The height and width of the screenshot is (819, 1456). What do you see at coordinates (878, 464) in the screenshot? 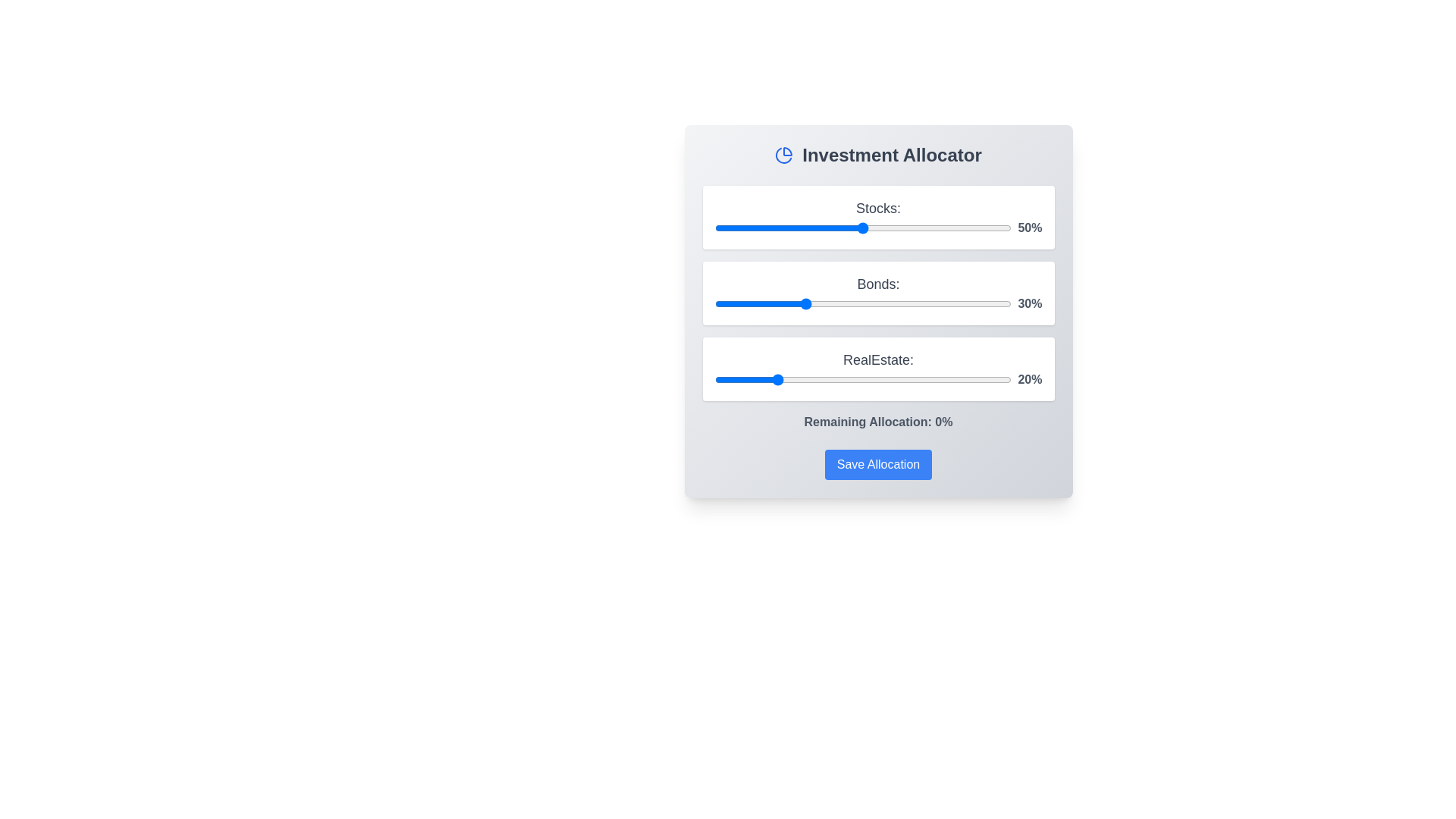
I see `the 'Save Allocation' button to save the current investment allocation` at bounding box center [878, 464].